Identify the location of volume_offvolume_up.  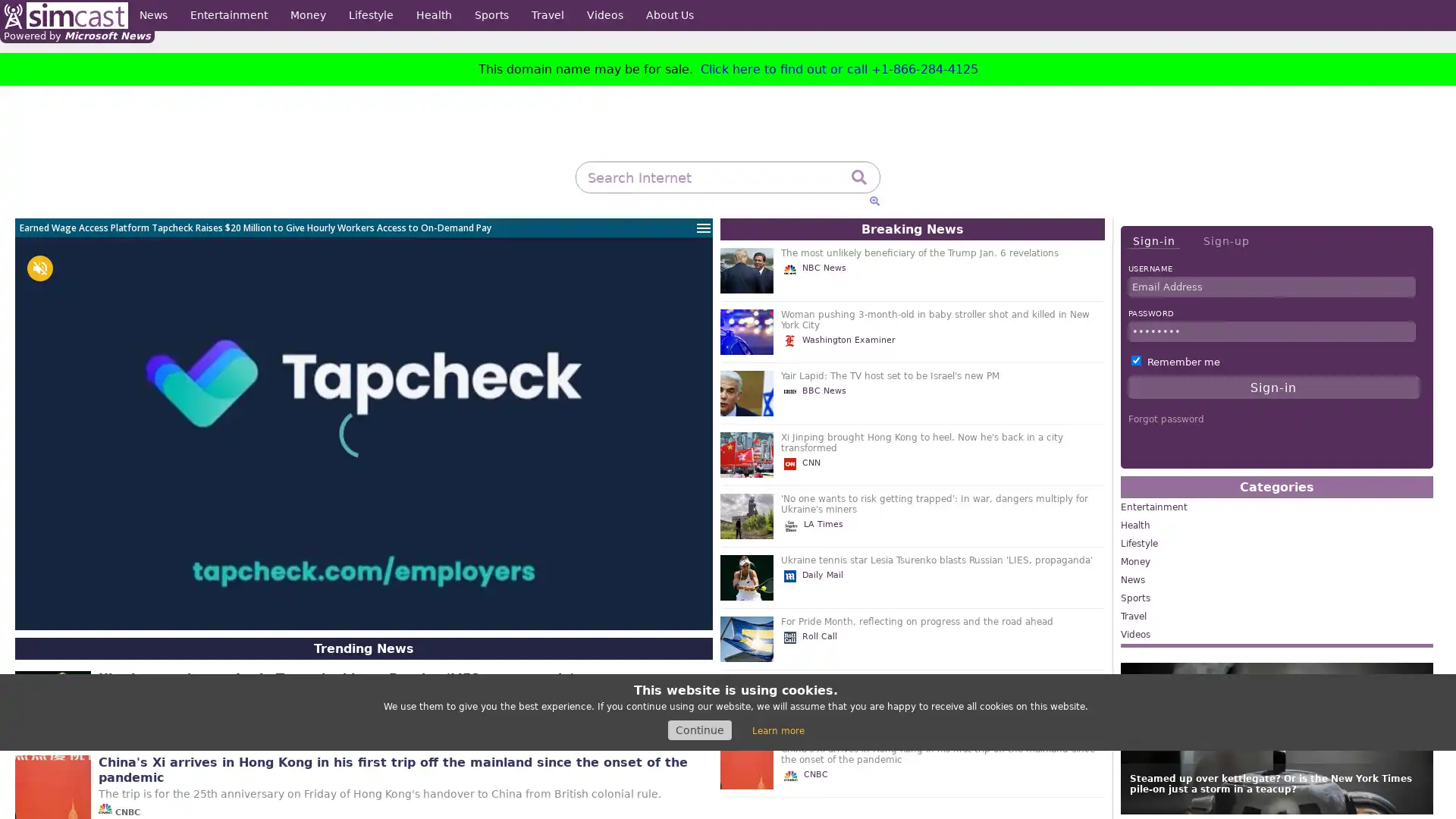
(39, 268).